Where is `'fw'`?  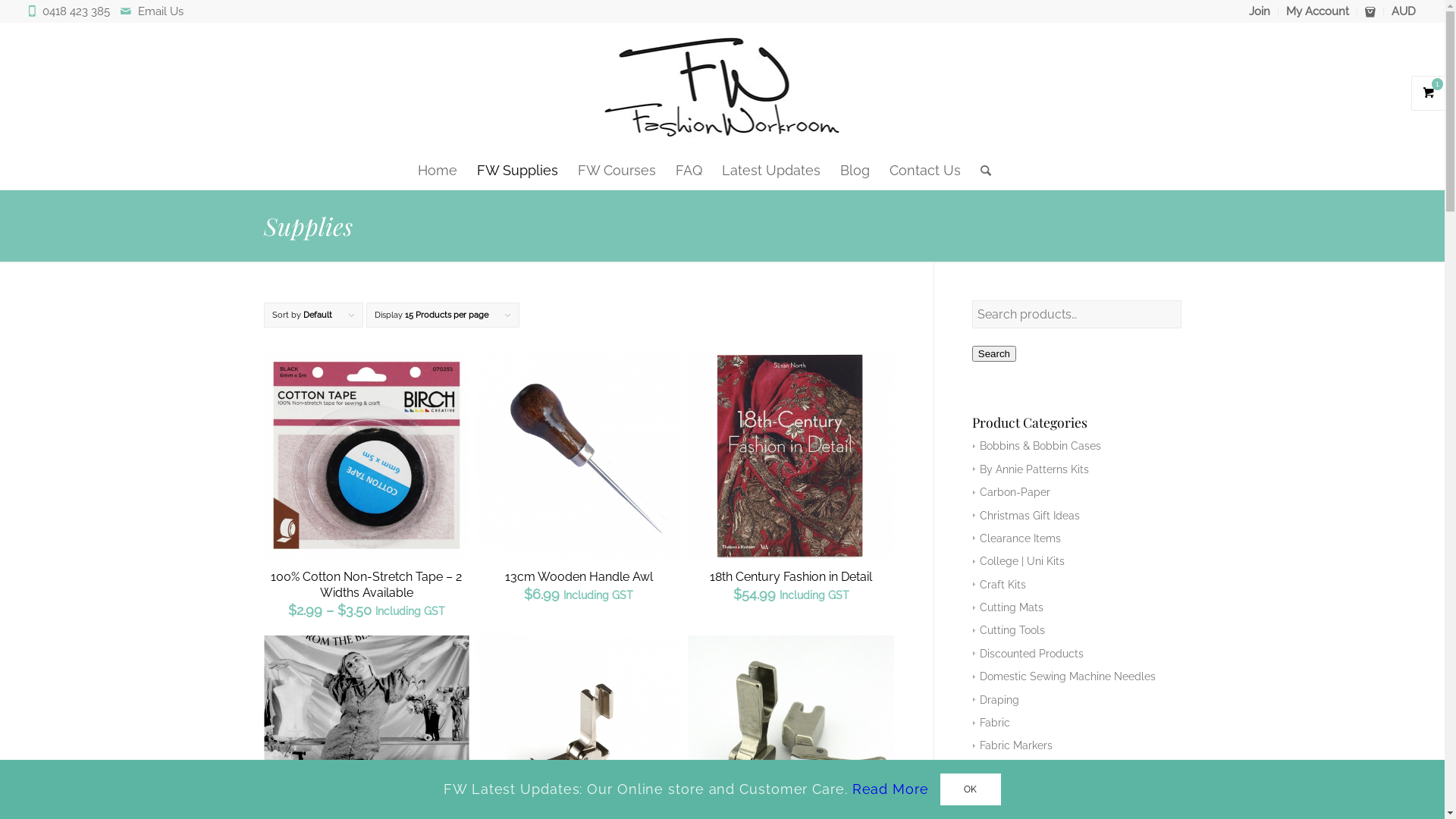
'fw' is located at coordinates (721, 87).